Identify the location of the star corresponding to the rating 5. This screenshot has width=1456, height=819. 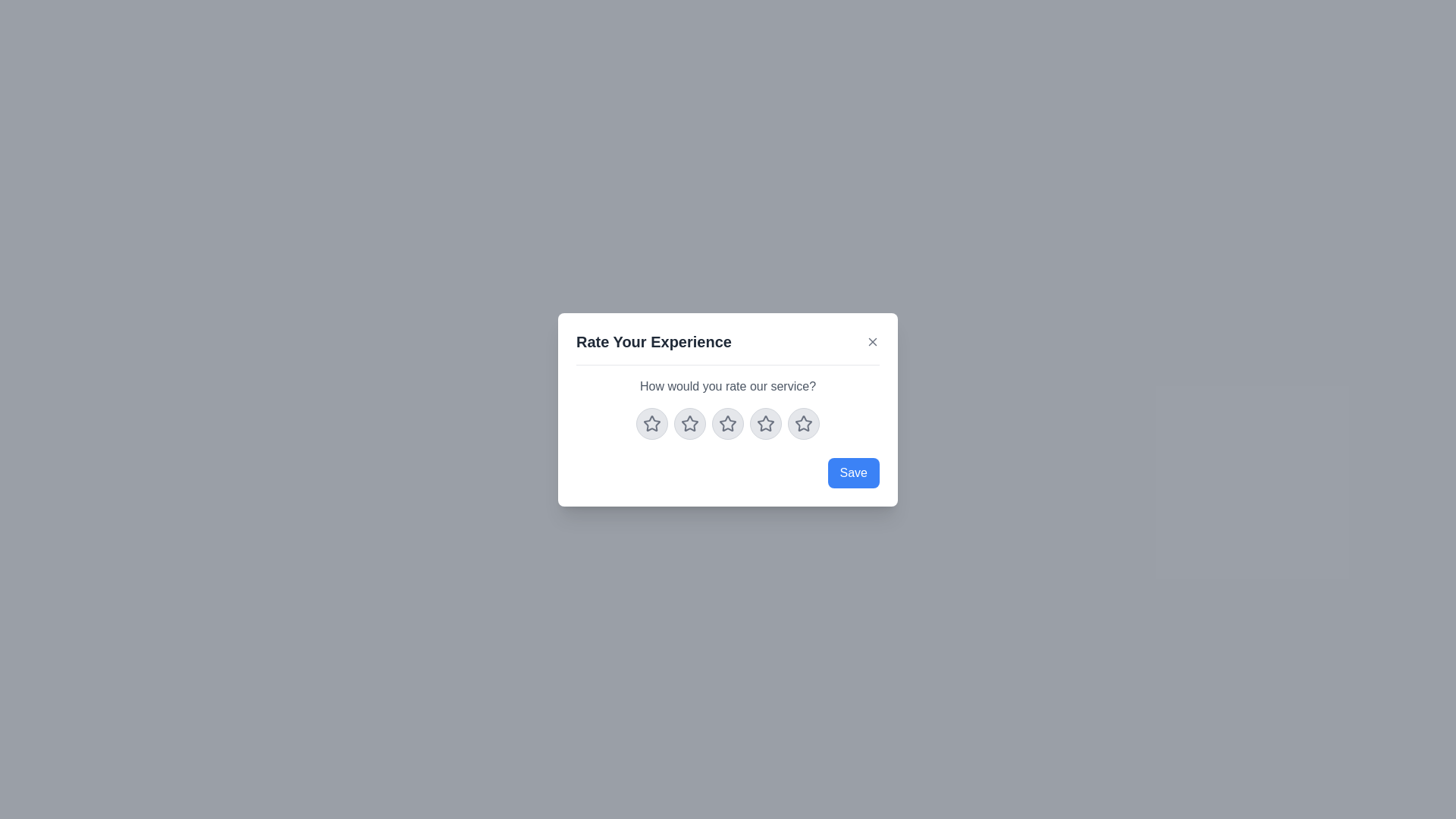
(803, 423).